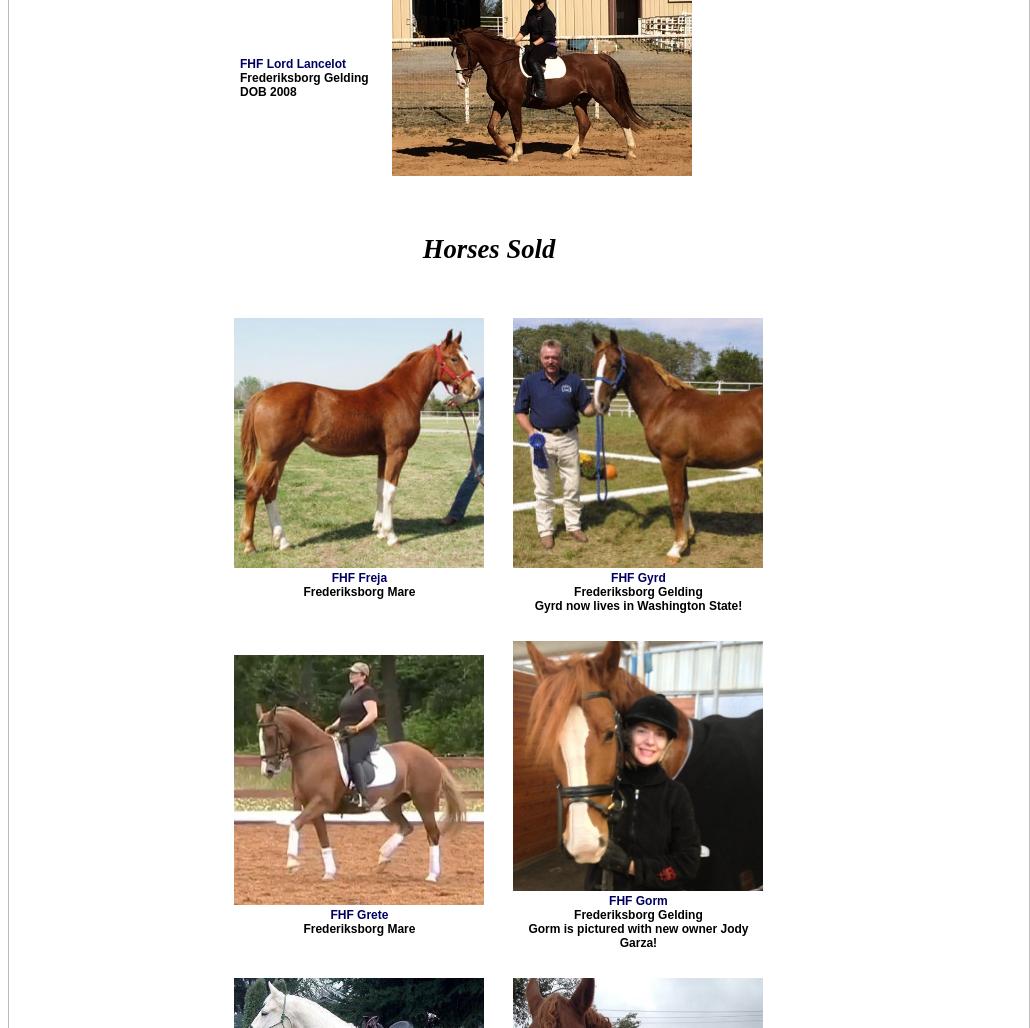 The image size is (1030, 1028). Describe the element at coordinates (636, 901) in the screenshot. I see `'FHF Gorm'` at that location.